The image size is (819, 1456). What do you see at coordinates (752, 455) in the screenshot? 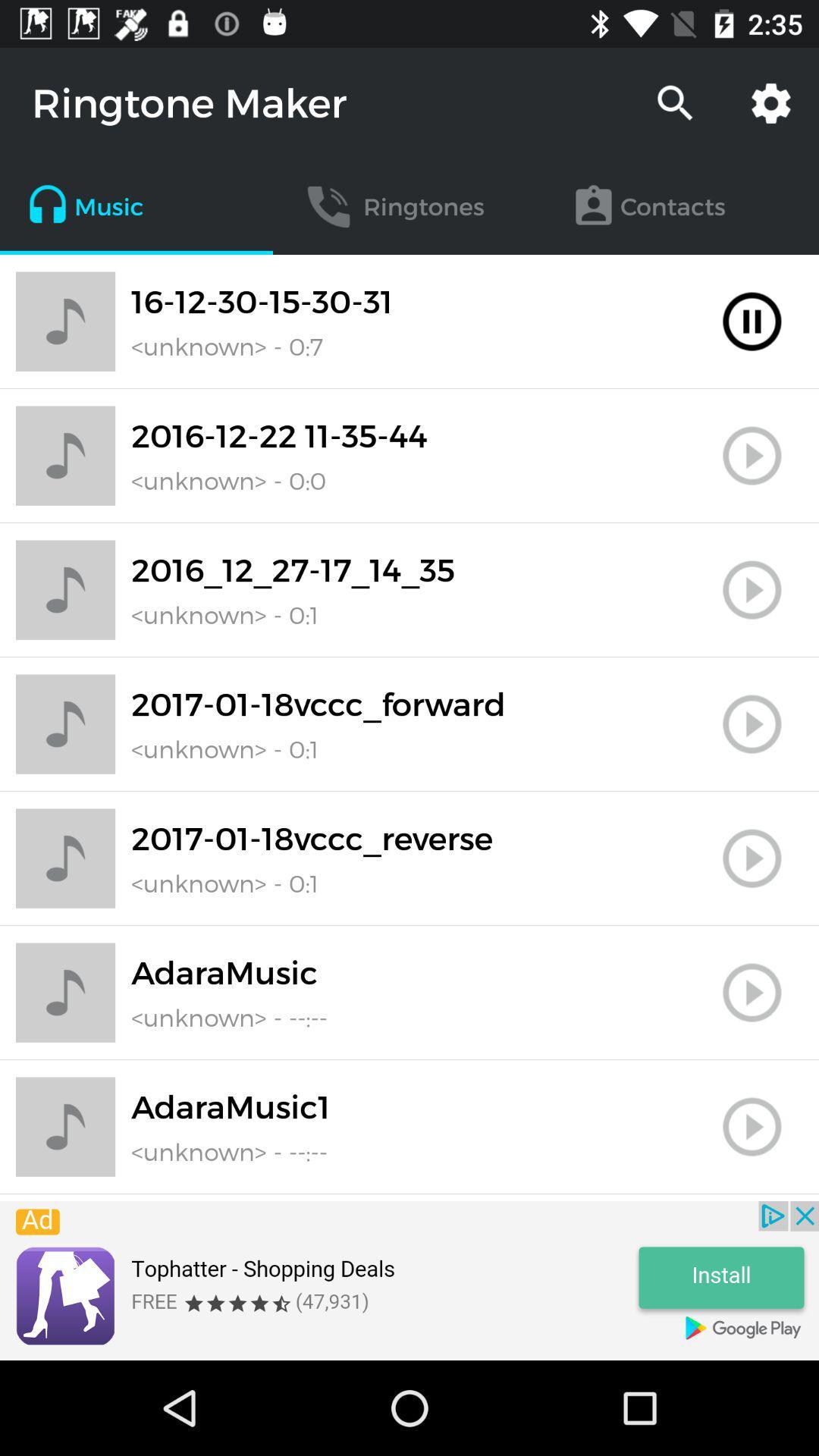
I see `play` at bounding box center [752, 455].